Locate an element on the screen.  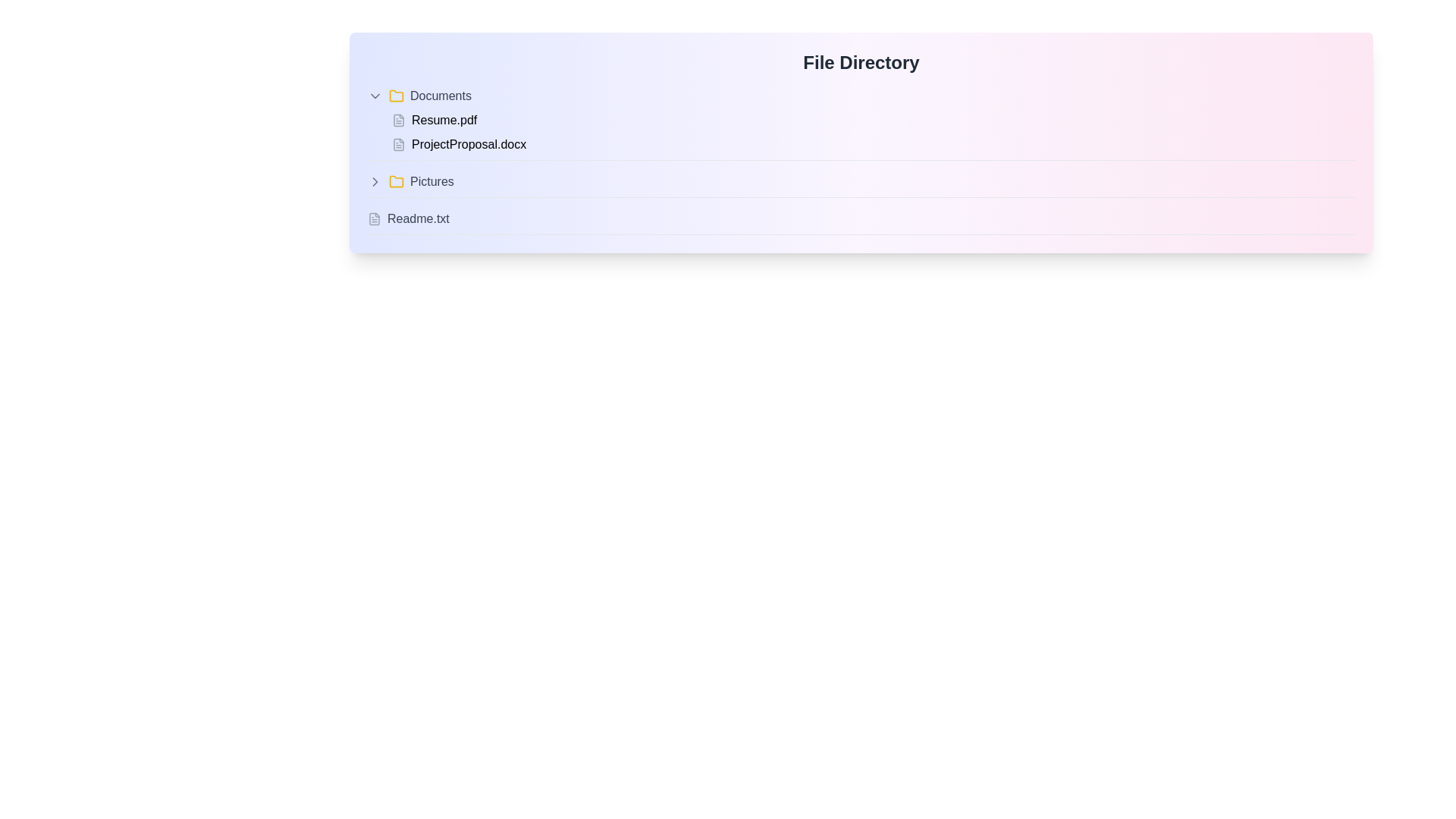
the document icon, which is a gray file-shaped symbol with a folded corner, located to the left of the text label 'ProjectProposal.docx' in the 'Documents' section is located at coordinates (399, 145).